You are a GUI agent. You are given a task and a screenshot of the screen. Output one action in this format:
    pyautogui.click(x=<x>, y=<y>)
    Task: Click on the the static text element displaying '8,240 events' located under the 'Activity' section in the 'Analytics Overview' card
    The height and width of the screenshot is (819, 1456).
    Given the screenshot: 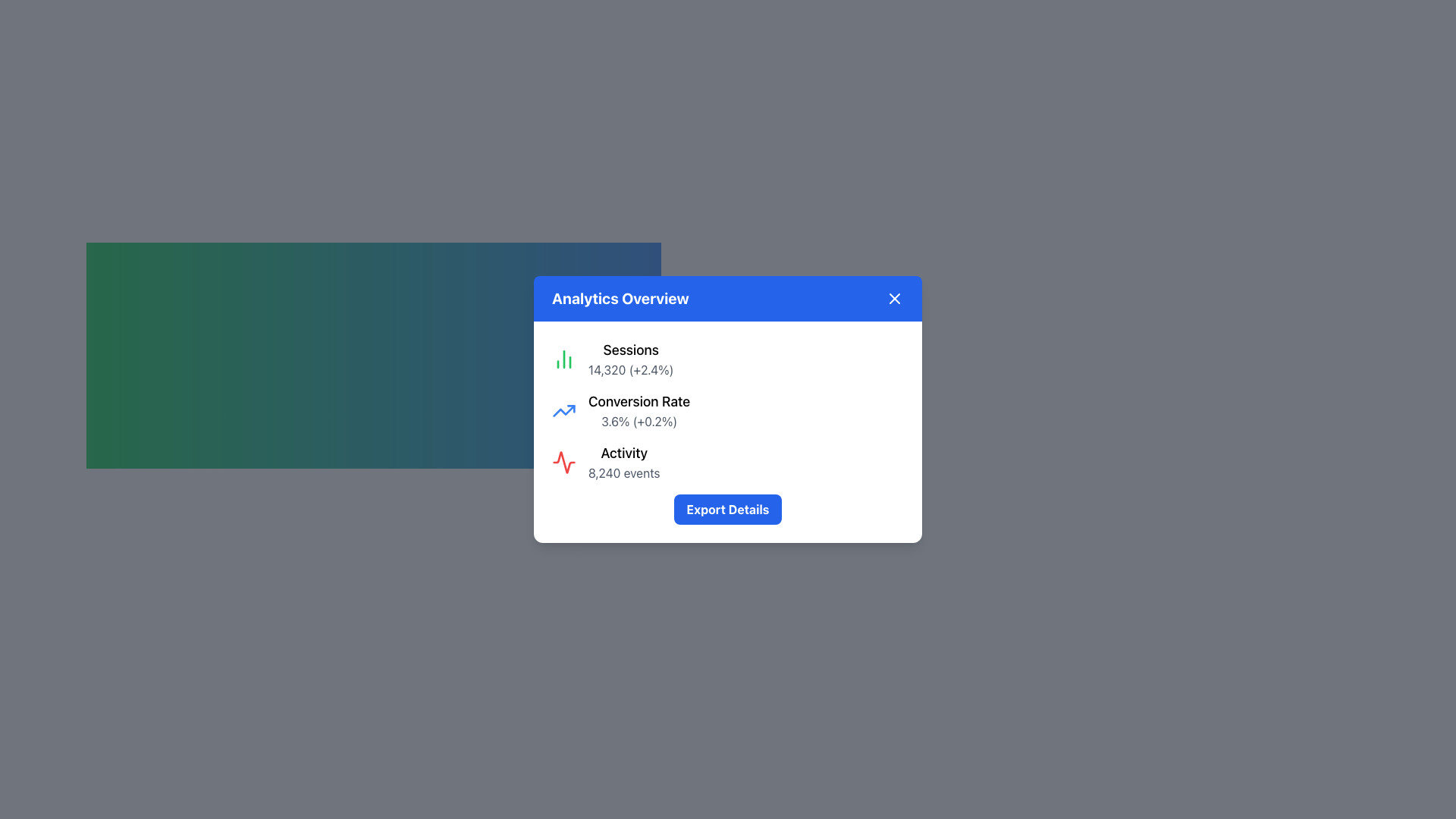 What is the action you would take?
    pyautogui.click(x=624, y=472)
    